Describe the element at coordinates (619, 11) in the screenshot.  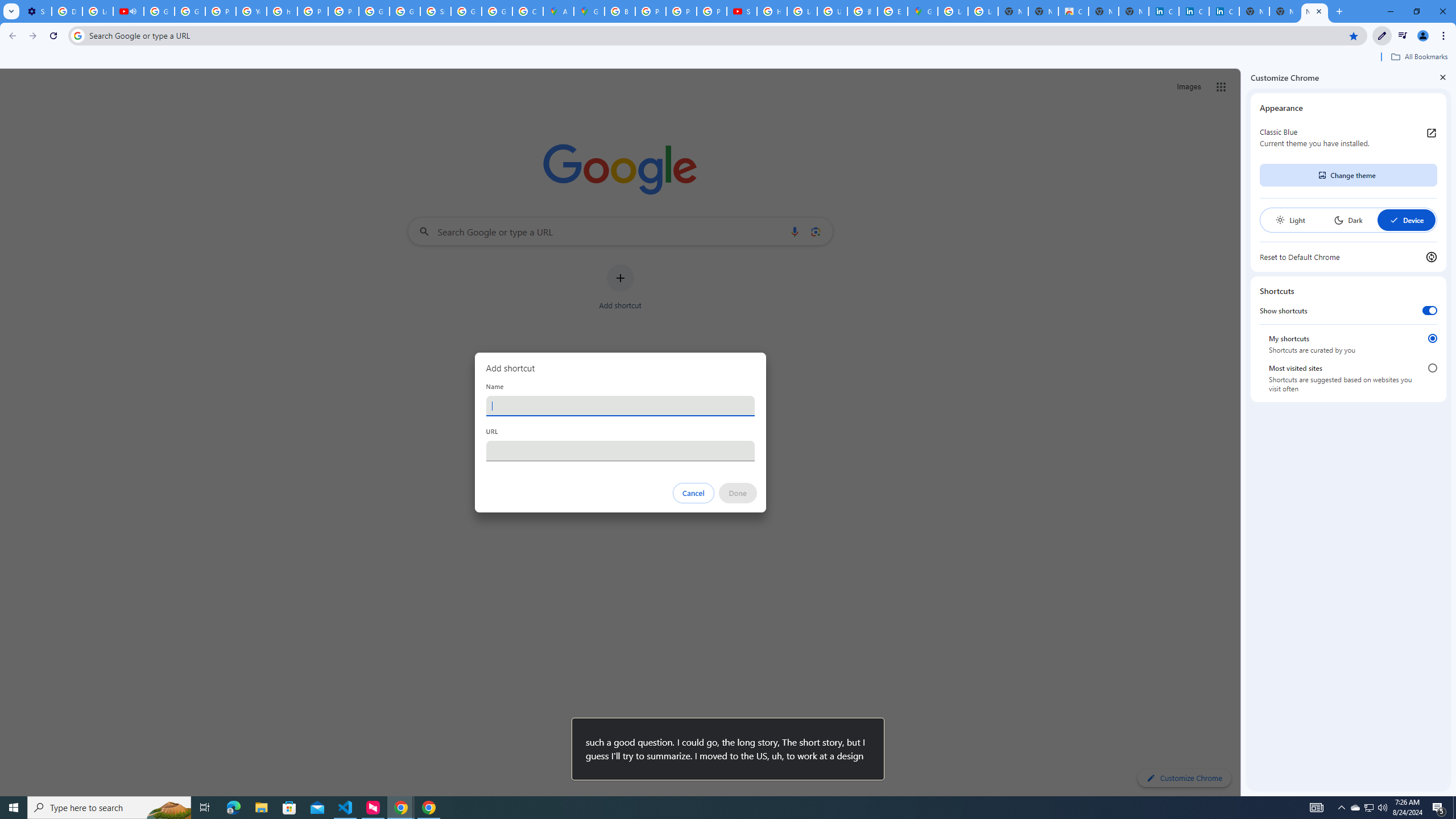
I see `'Blogger Policies and Guidelines - Transparency Center'` at that location.